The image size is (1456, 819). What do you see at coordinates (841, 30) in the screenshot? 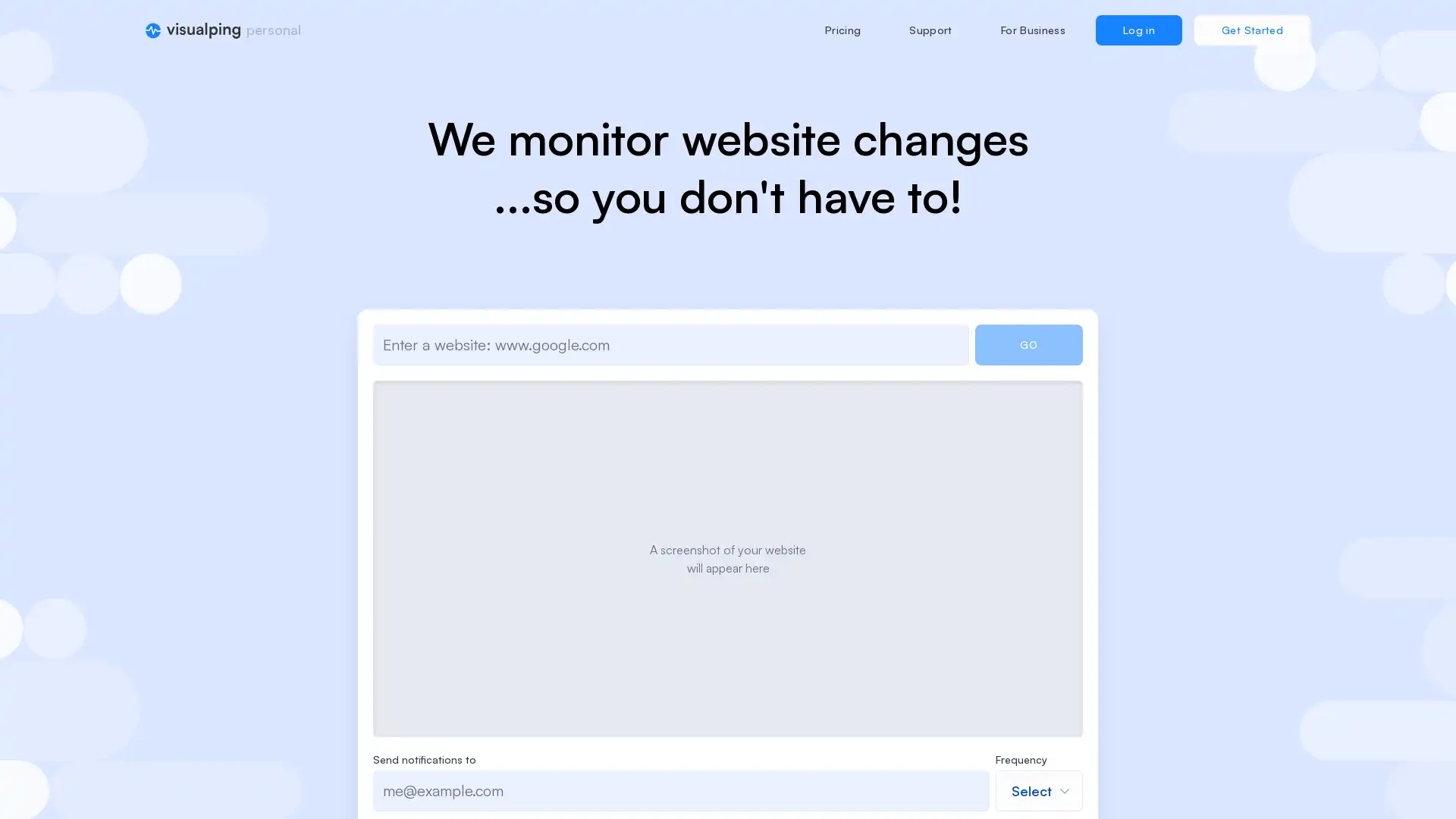
I see `Pricing` at bounding box center [841, 30].